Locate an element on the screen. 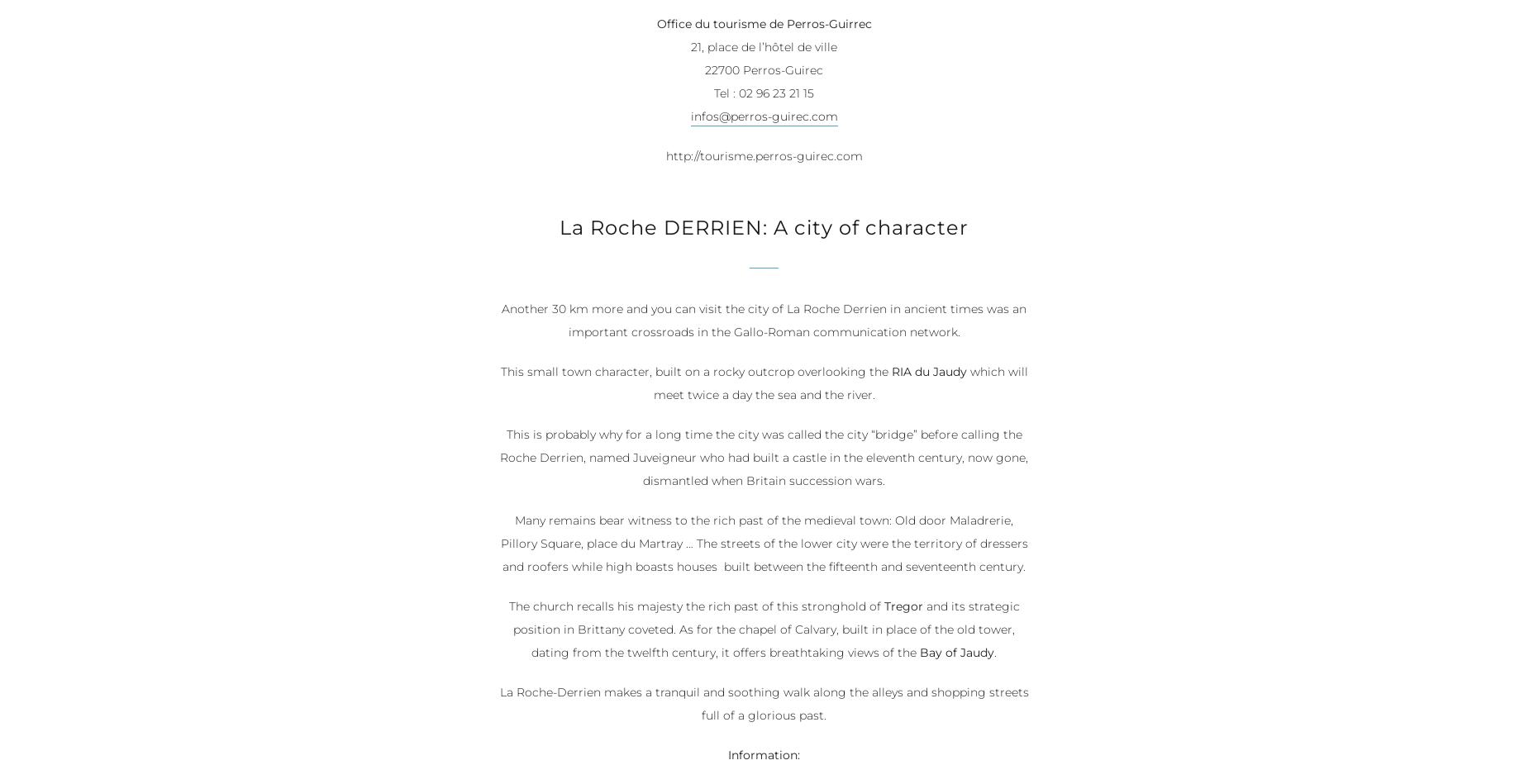  'infos@perros-guirec.com' is located at coordinates (764, 116).